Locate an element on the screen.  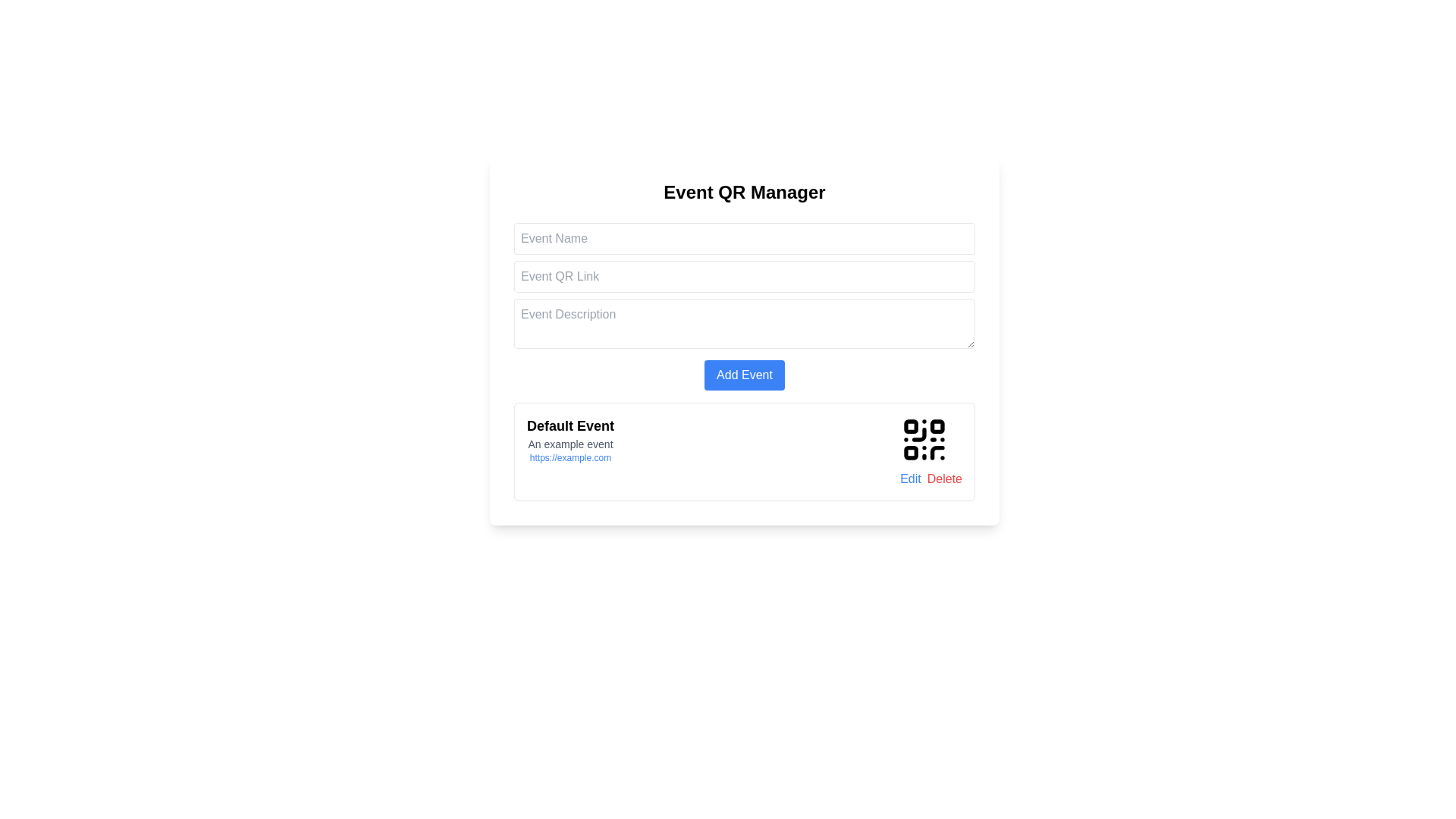
the label displaying the text 'An example event' which is styled in a smaller gray font and located below 'Default Event' in the event card section is located at coordinates (570, 444).